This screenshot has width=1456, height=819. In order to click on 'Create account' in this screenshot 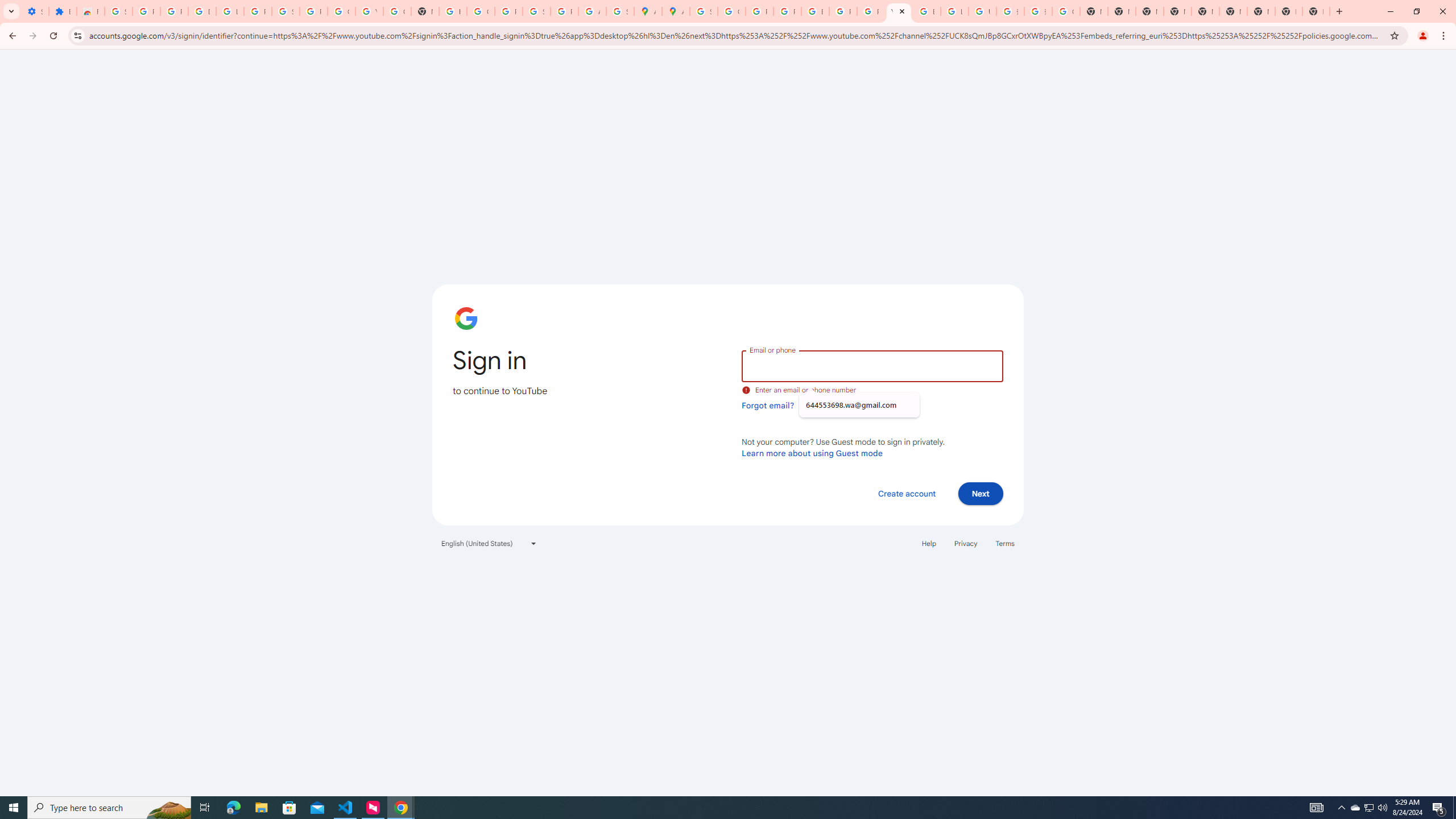, I will do `click(906, 493)`.